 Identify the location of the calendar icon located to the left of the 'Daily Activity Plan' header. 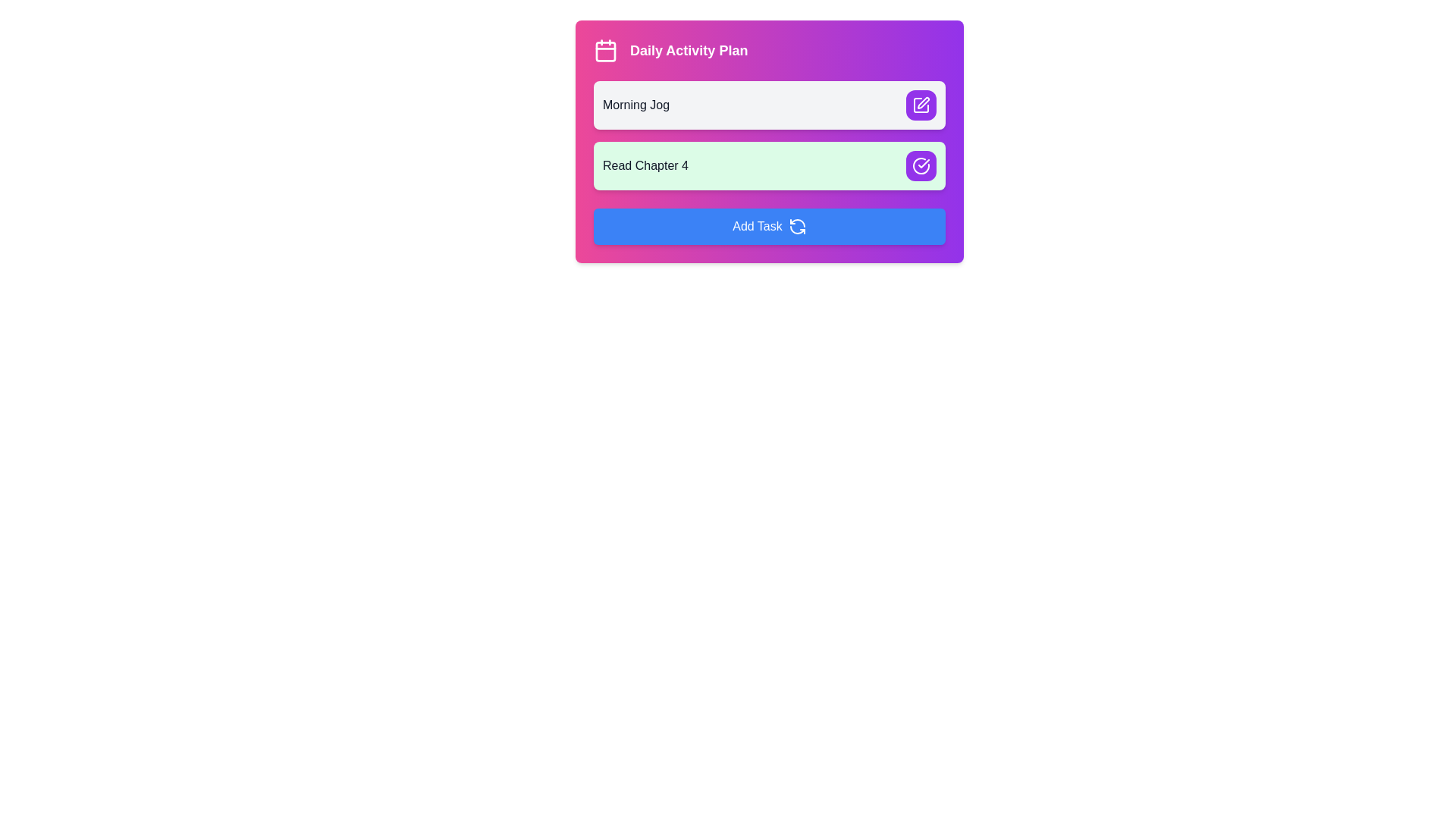
(604, 49).